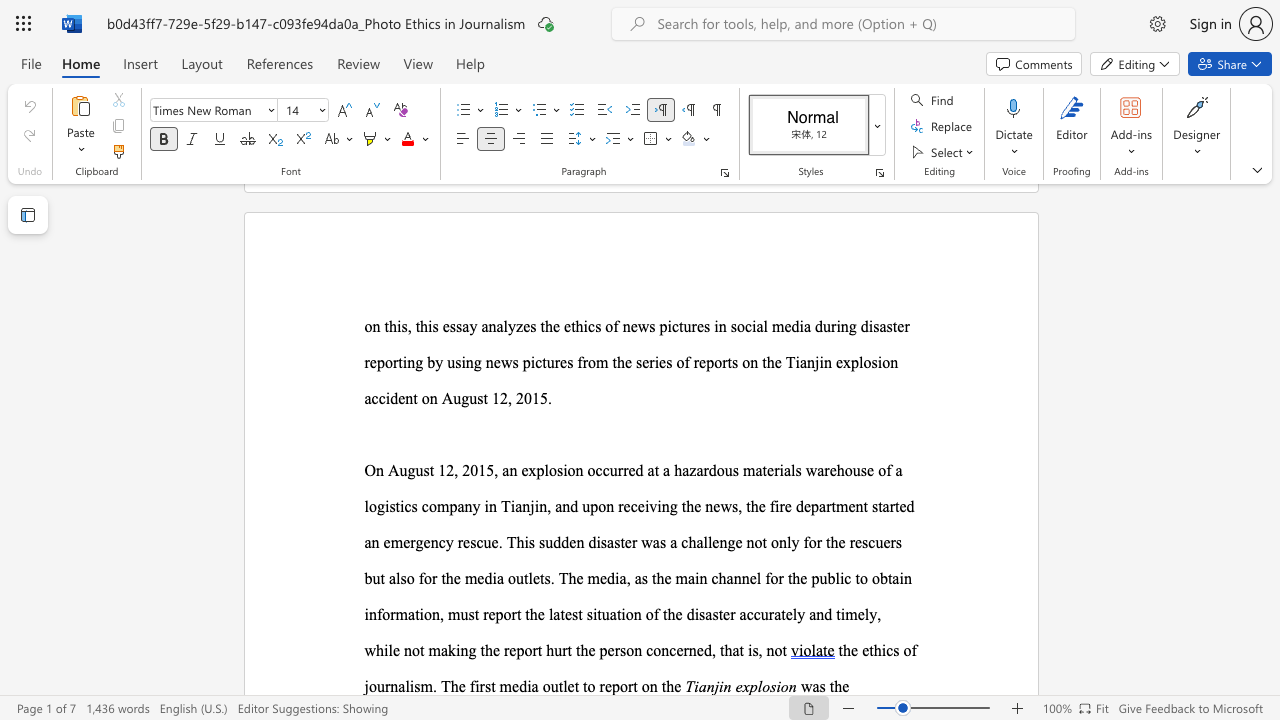 Image resolution: width=1280 pixels, height=720 pixels. What do you see at coordinates (390, 685) in the screenshot?
I see `the subset text "nalism." within the text "the ethics of journalism. The first media outlet to report on the"` at bounding box center [390, 685].